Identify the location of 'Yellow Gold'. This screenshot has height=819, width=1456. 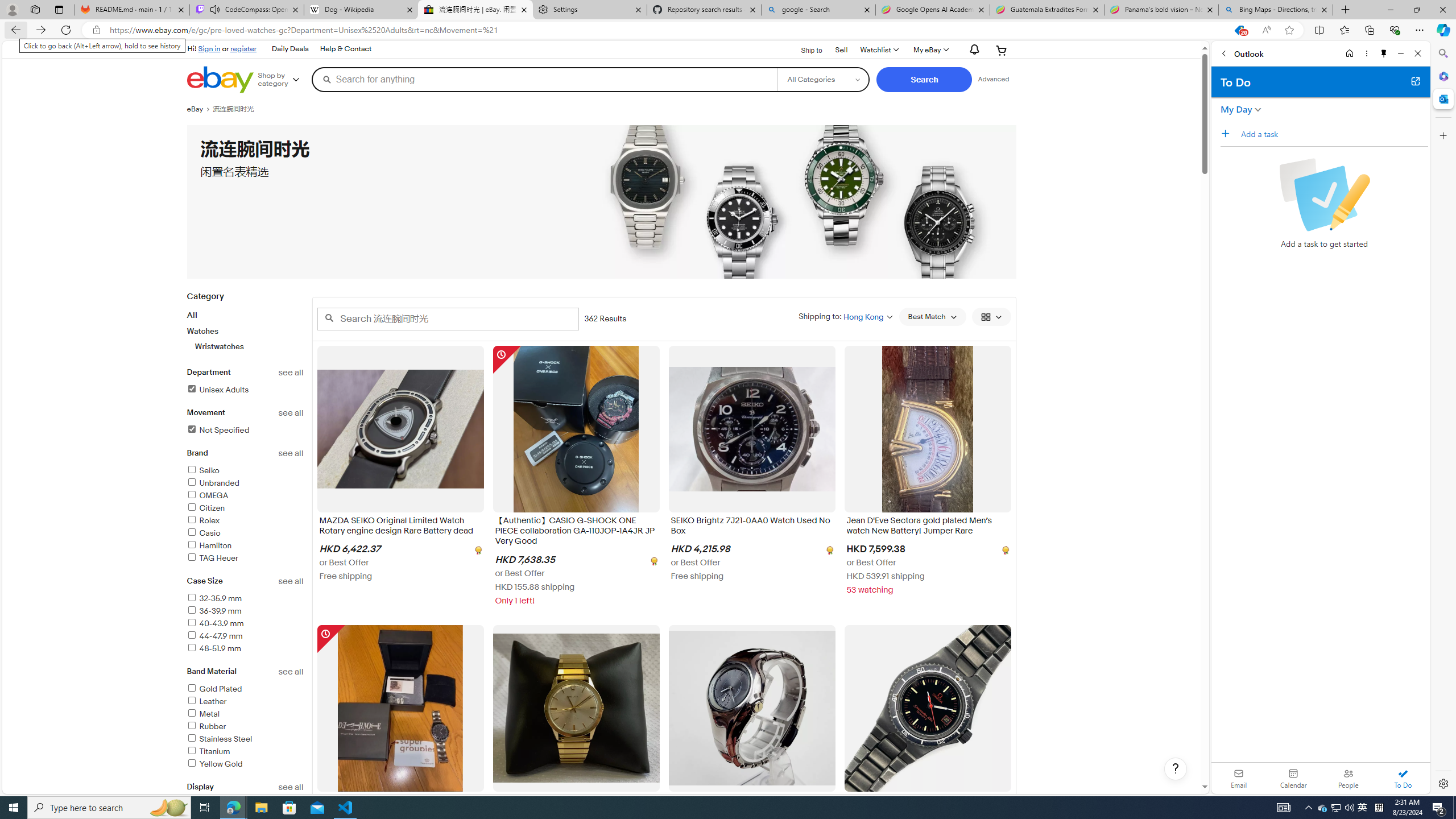
(214, 764).